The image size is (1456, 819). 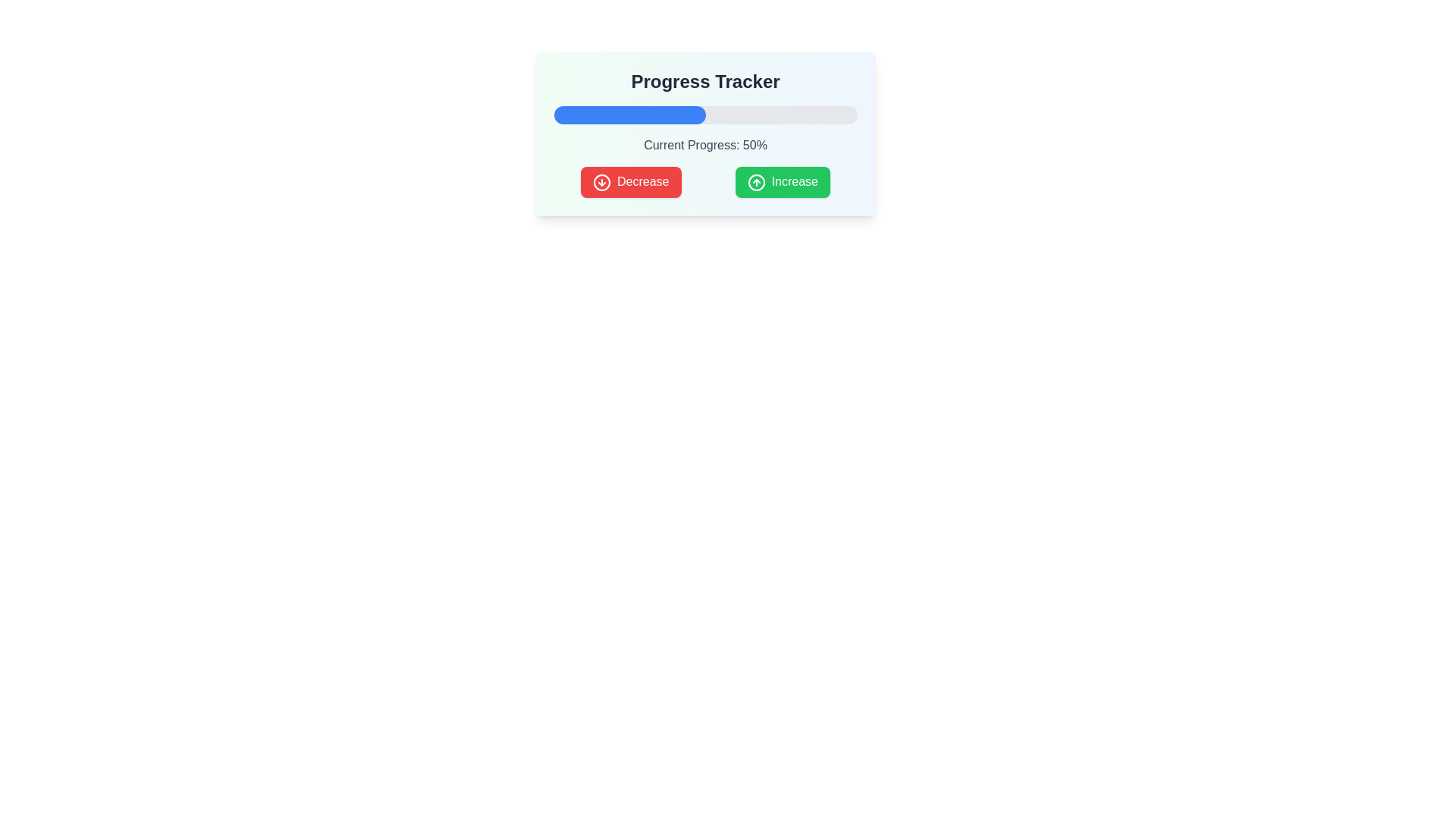 What do you see at coordinates (601, 181) in the screenshot?
I see `the decorative vector graphic that serves as a symbolic component within an icon, located to the left of the 'Decrease' button` at bounding box center [601, 181].